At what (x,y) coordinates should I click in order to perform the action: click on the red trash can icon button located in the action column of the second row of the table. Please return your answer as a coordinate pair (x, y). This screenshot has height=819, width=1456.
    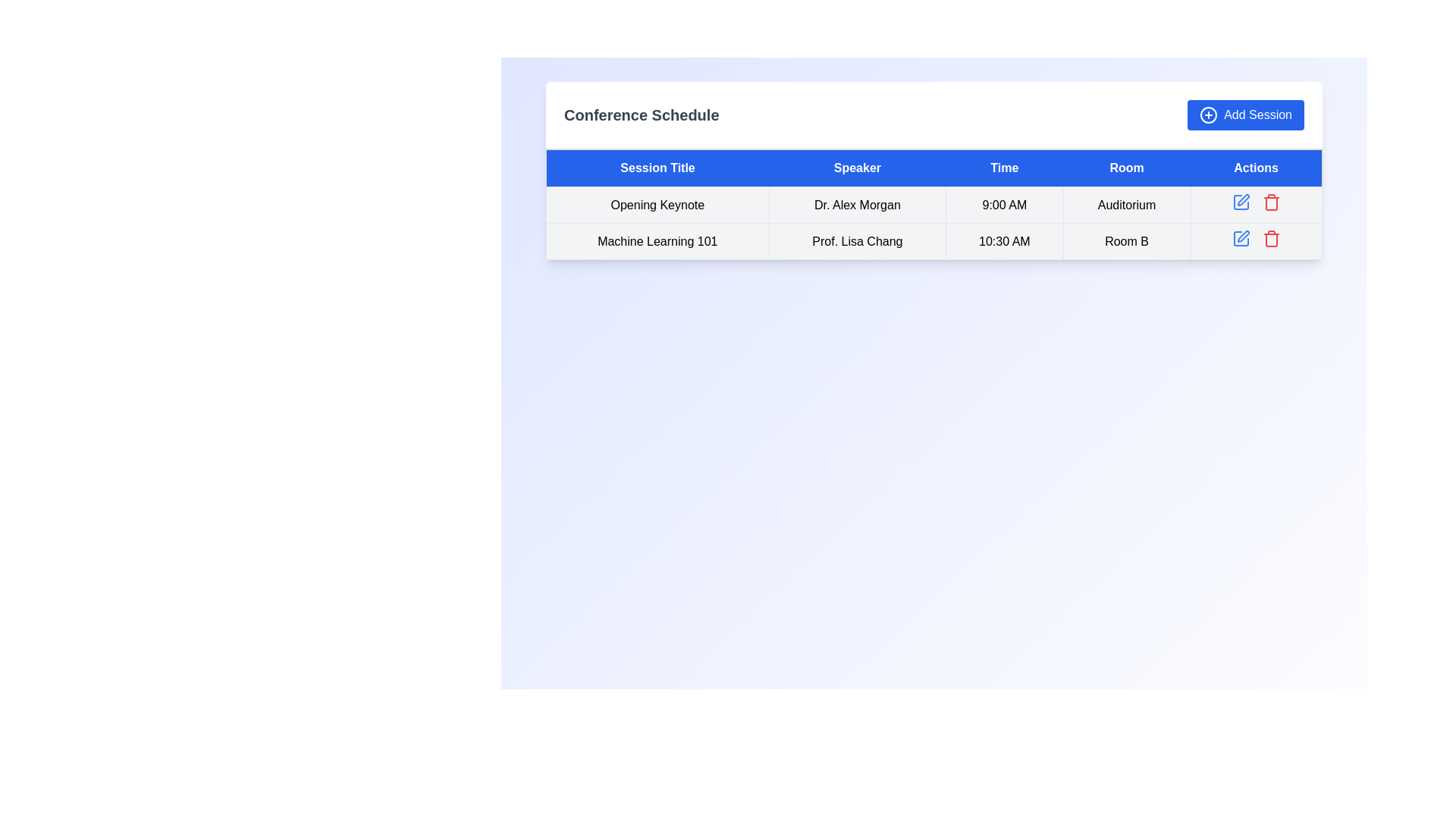
    Looking at the image, I should click on (1271, 201).